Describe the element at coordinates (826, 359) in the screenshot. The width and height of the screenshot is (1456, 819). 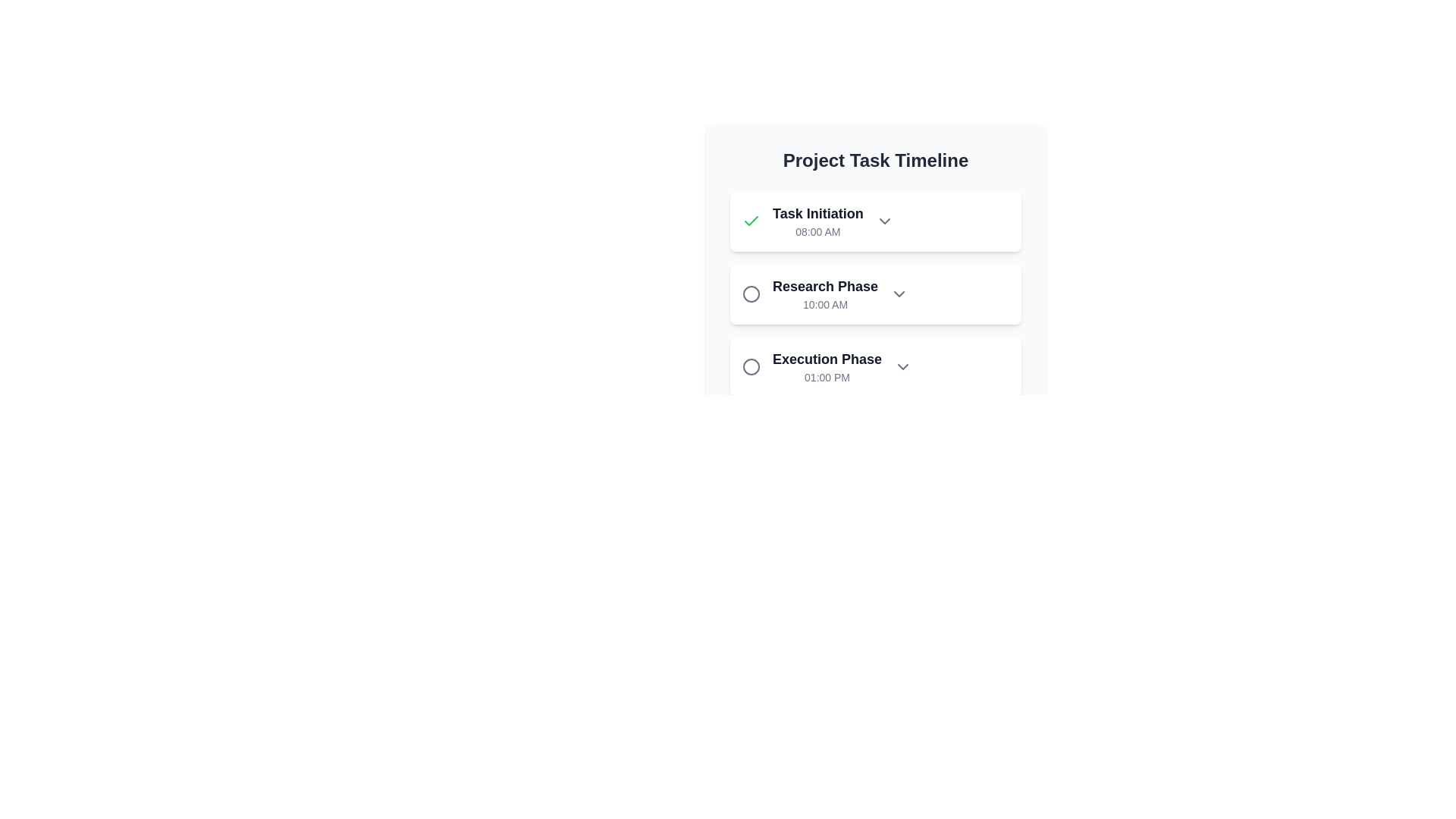
I see `the bold text label that reads 'Execution Phase' within the timeline interface, which is located between the 'Research Phase' and subsequent items` at that location.